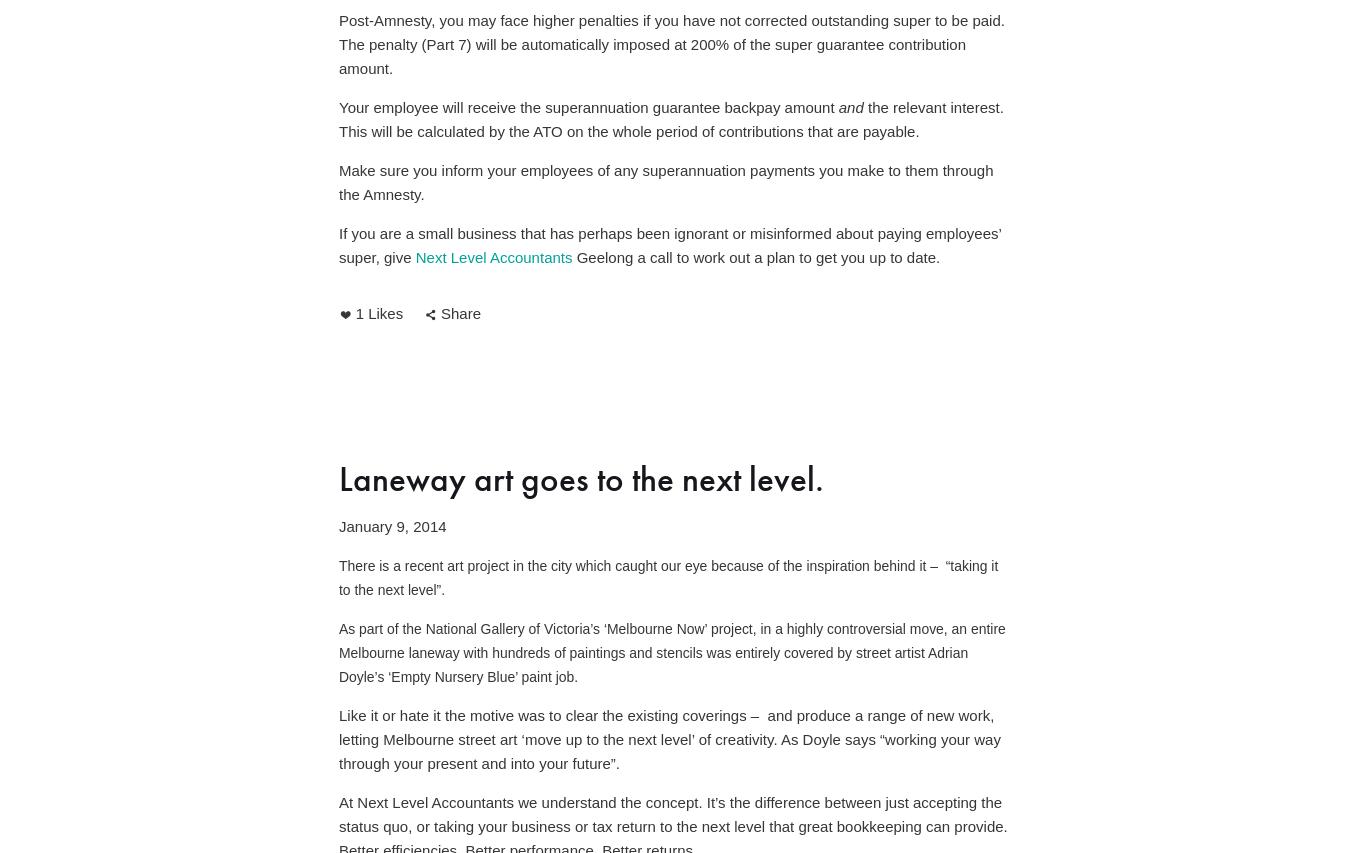  Describe the element at coordinates (588, 107) in the screenshot. I see `'Your employee will receive the superannuation guarantee backpay amount'` at that location.